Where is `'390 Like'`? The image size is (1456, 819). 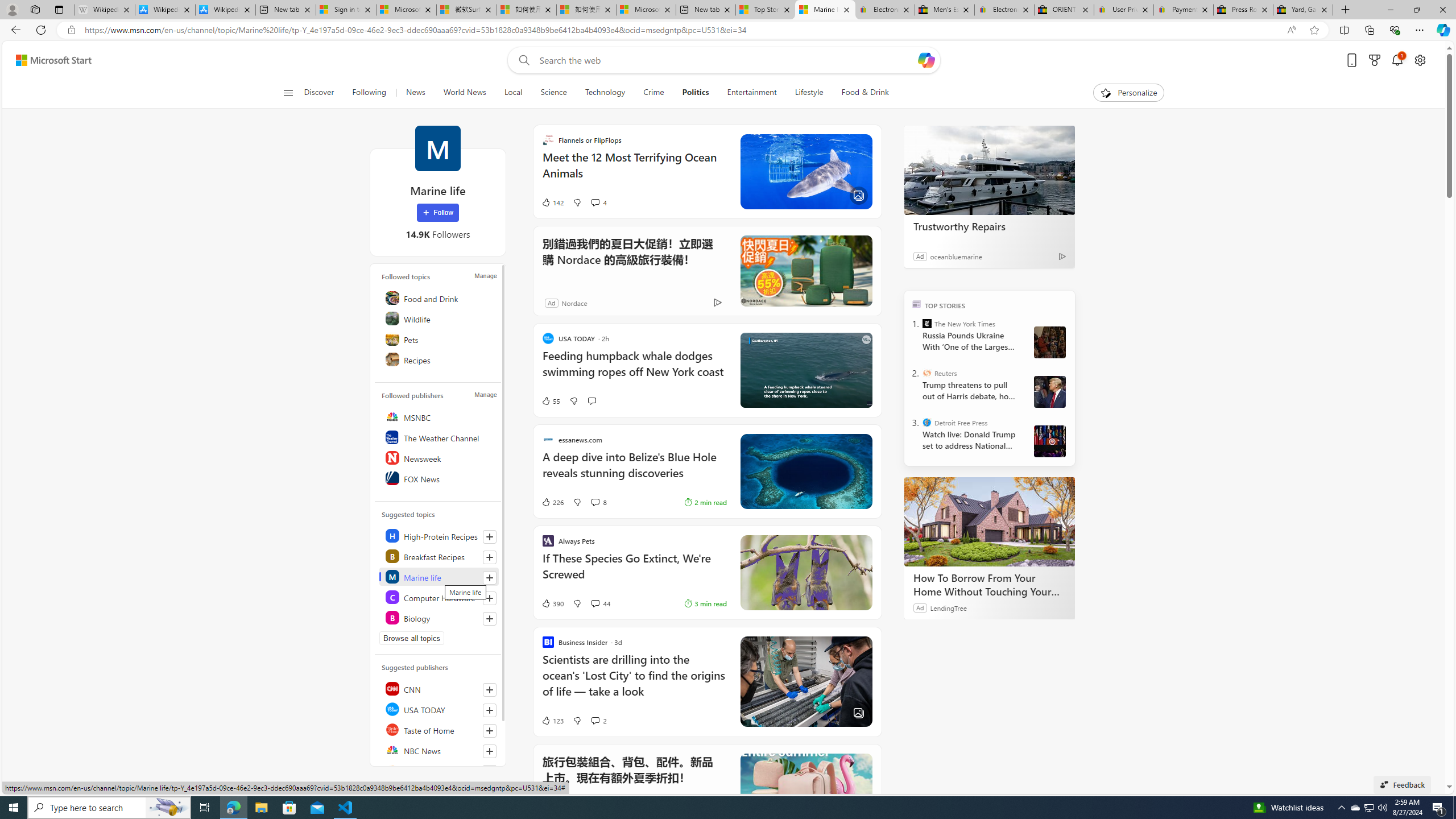
'390 Like' is located at coordinates (552, 603).